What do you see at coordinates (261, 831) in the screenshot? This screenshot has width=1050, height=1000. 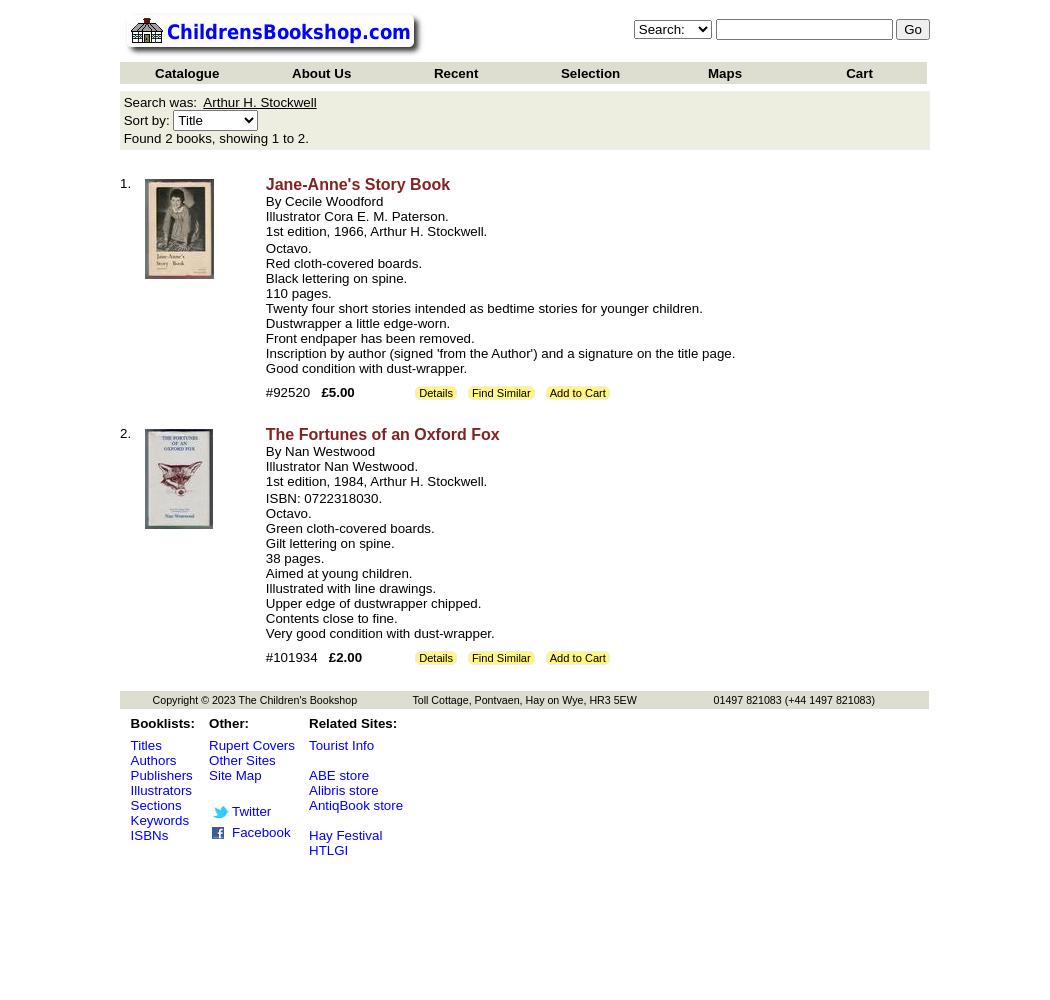 I see `'Facebook'` at bounding box center [261, 831].